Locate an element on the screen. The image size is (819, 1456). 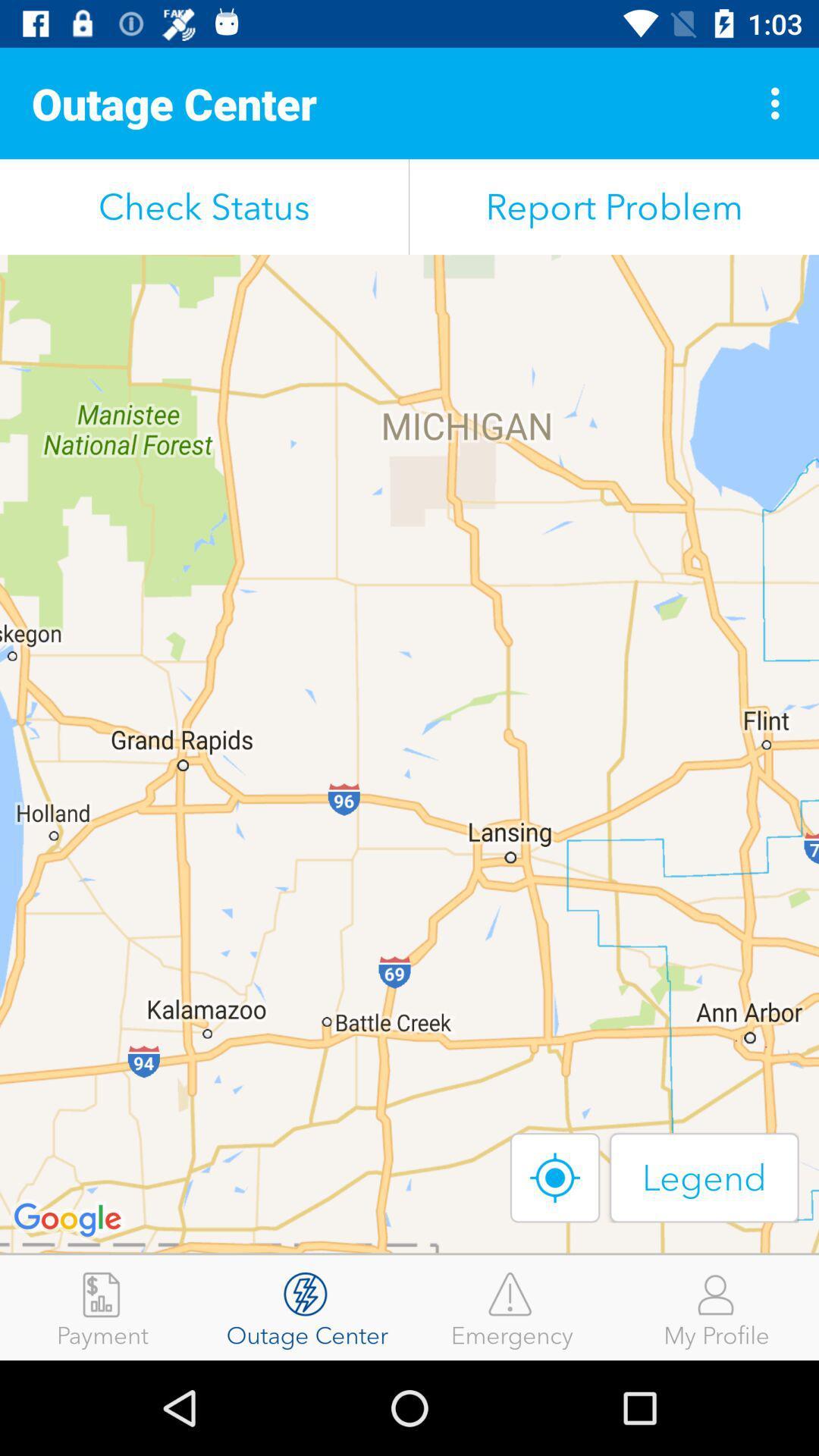
my profile option is located at coordinates (717, 1307).